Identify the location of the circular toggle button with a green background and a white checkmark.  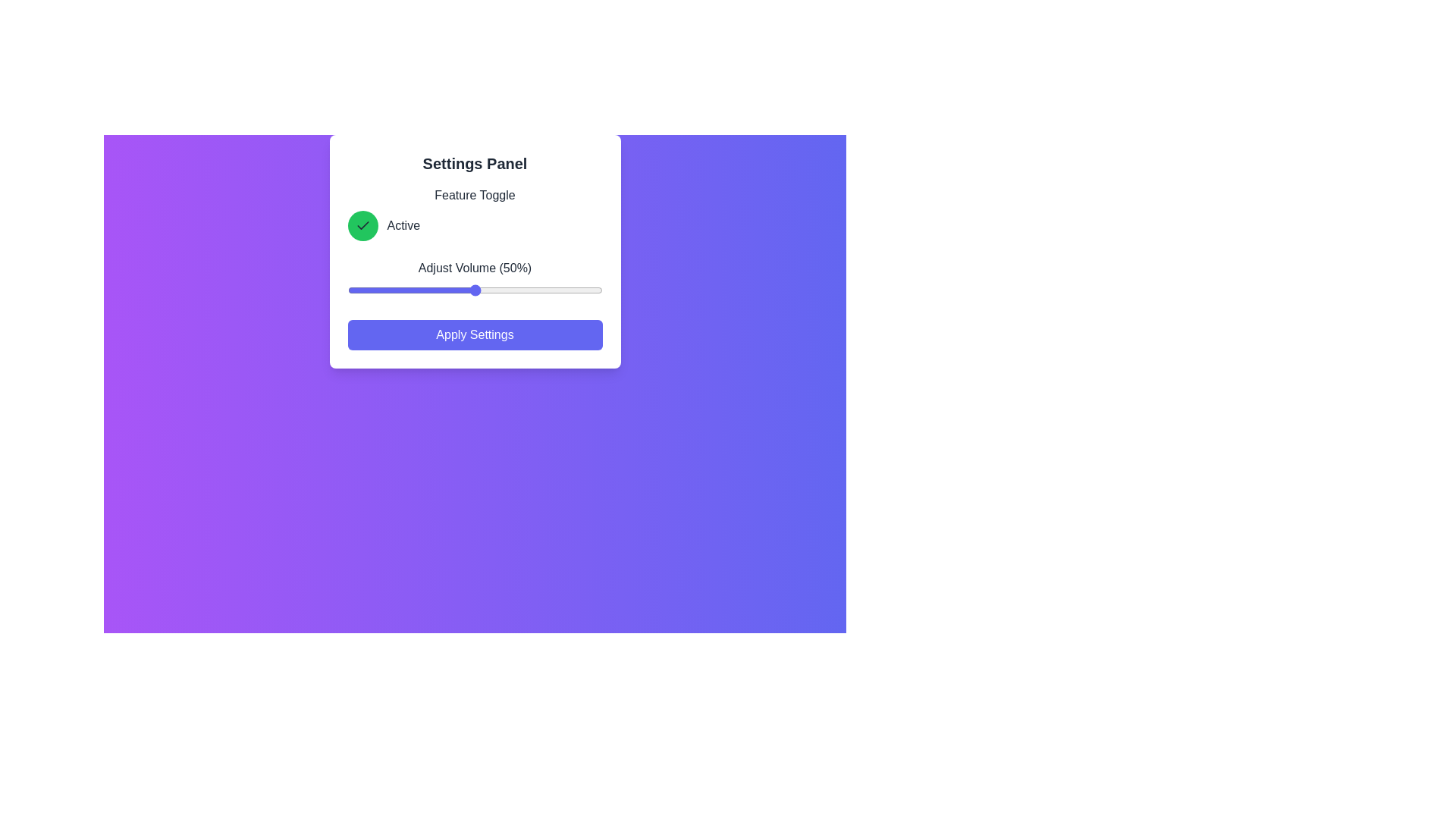
(362, 225).